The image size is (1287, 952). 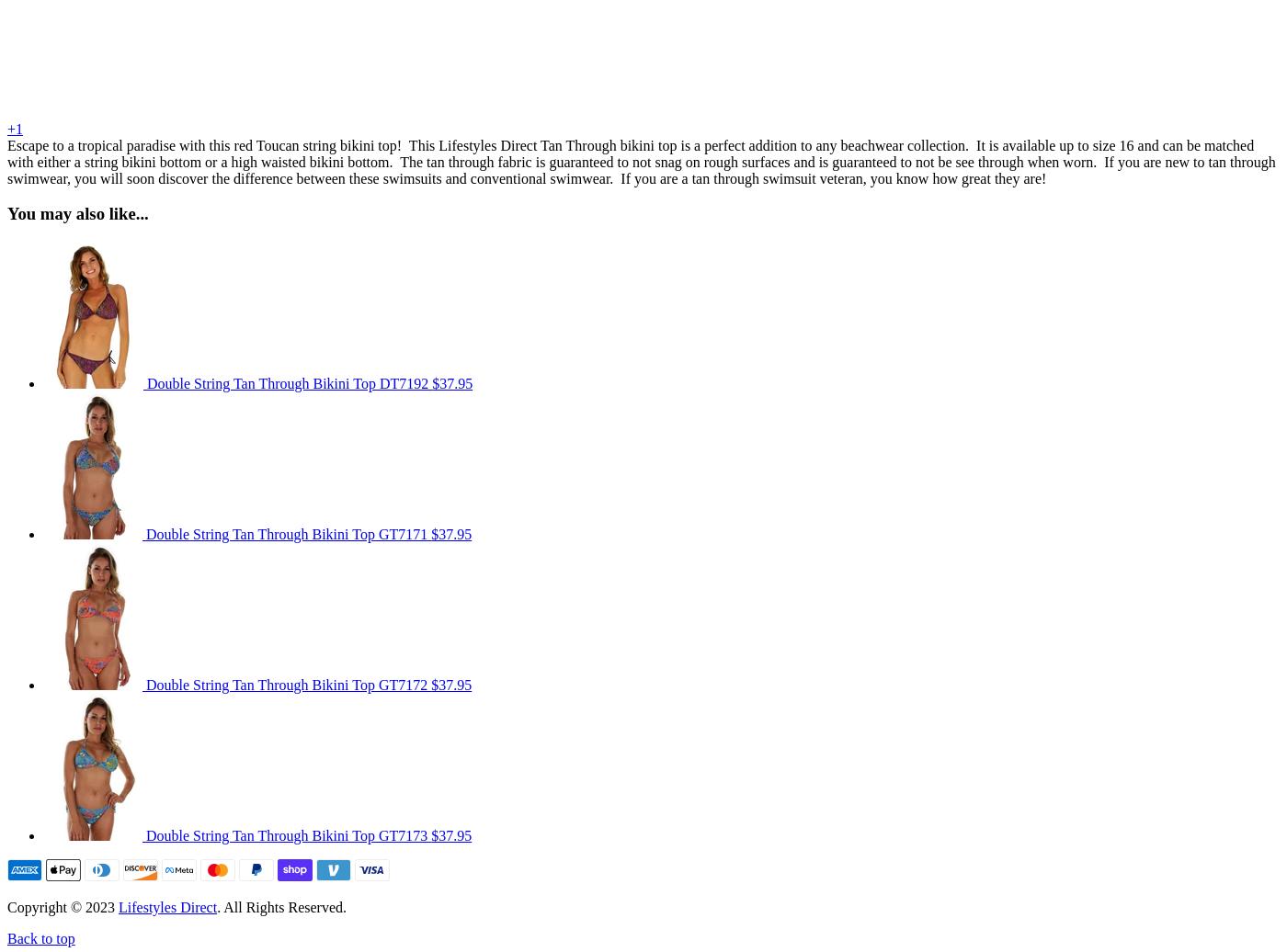 I want to click on '+1', so click(x=15, y=128).